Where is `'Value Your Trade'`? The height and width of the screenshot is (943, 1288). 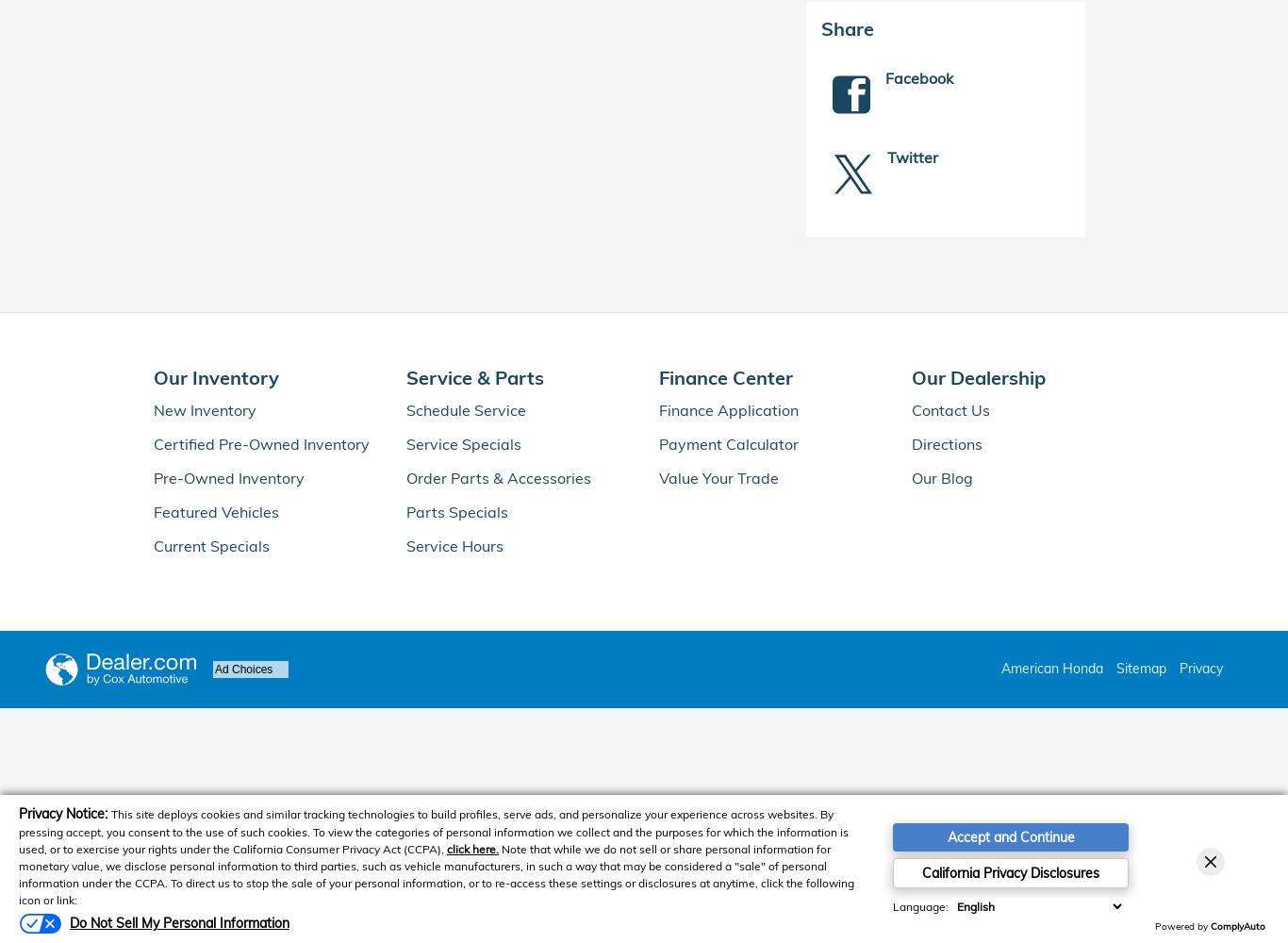
'Value Your Trade' is located at coordinates (718, 477).